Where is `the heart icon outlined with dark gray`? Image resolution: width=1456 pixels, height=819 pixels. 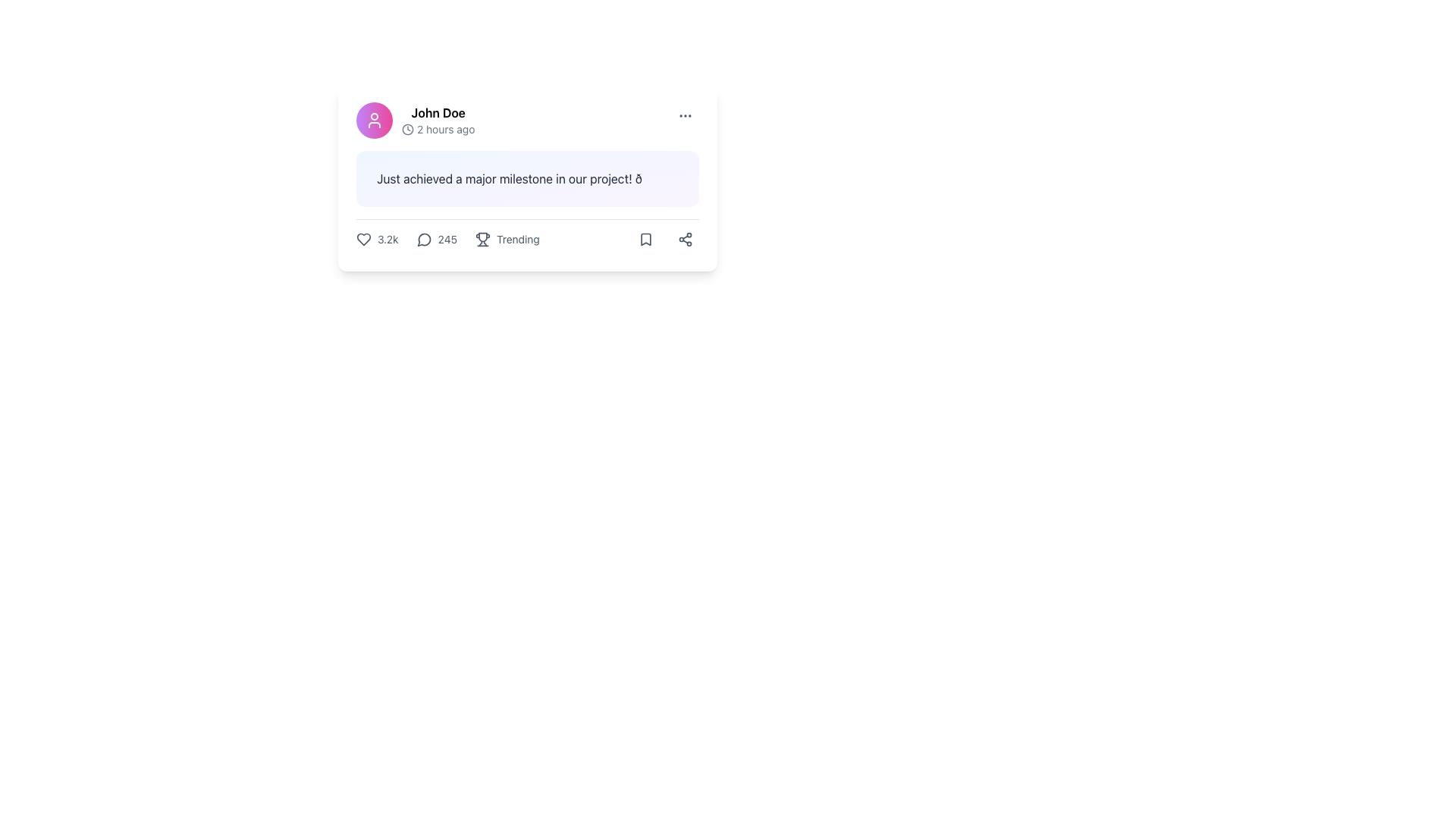
the heart icon outlined with dark gray is located at coordinates (364, 239).